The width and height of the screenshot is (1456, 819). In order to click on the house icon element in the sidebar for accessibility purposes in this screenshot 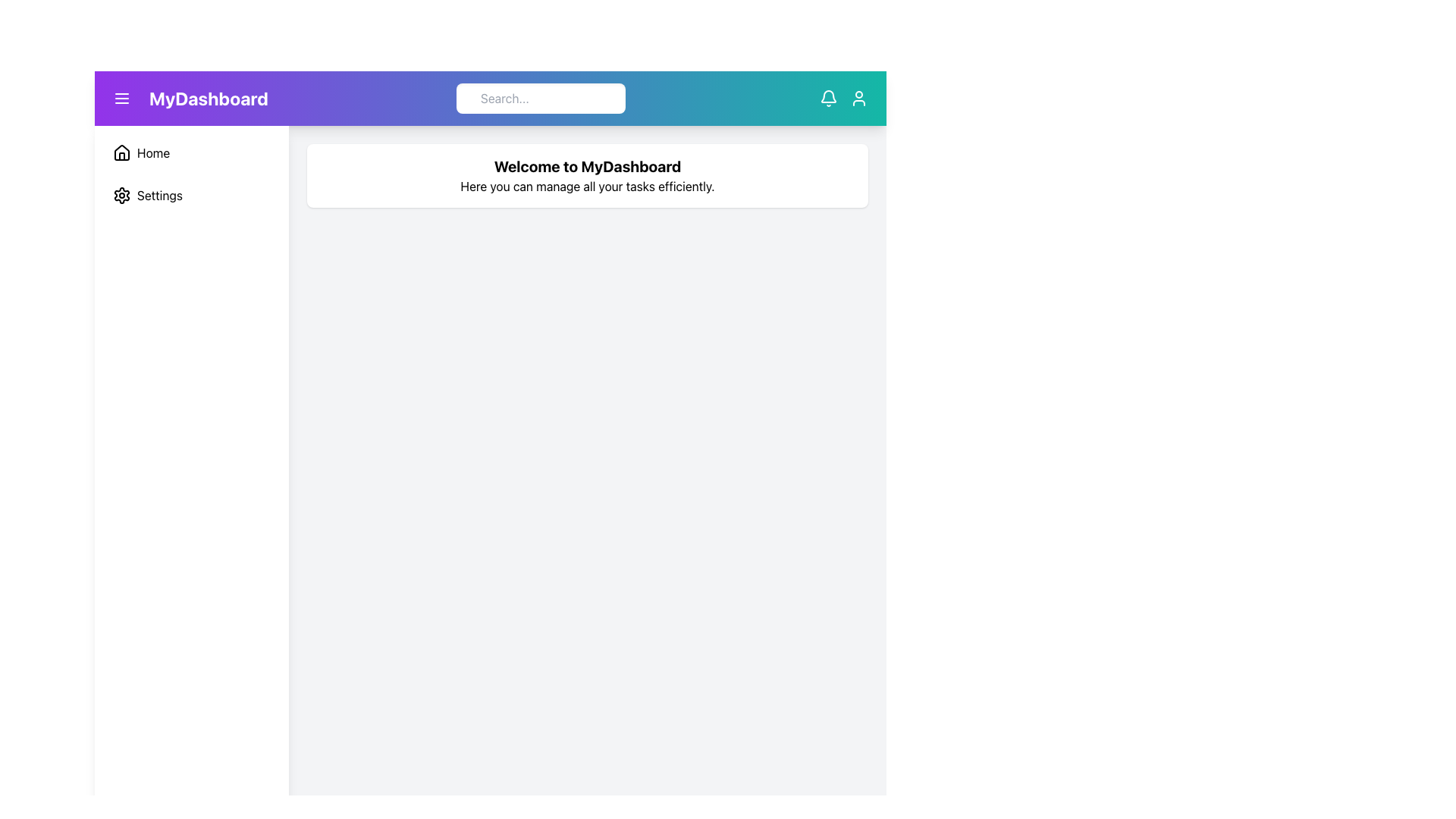, I will do `click(122, 152)`.